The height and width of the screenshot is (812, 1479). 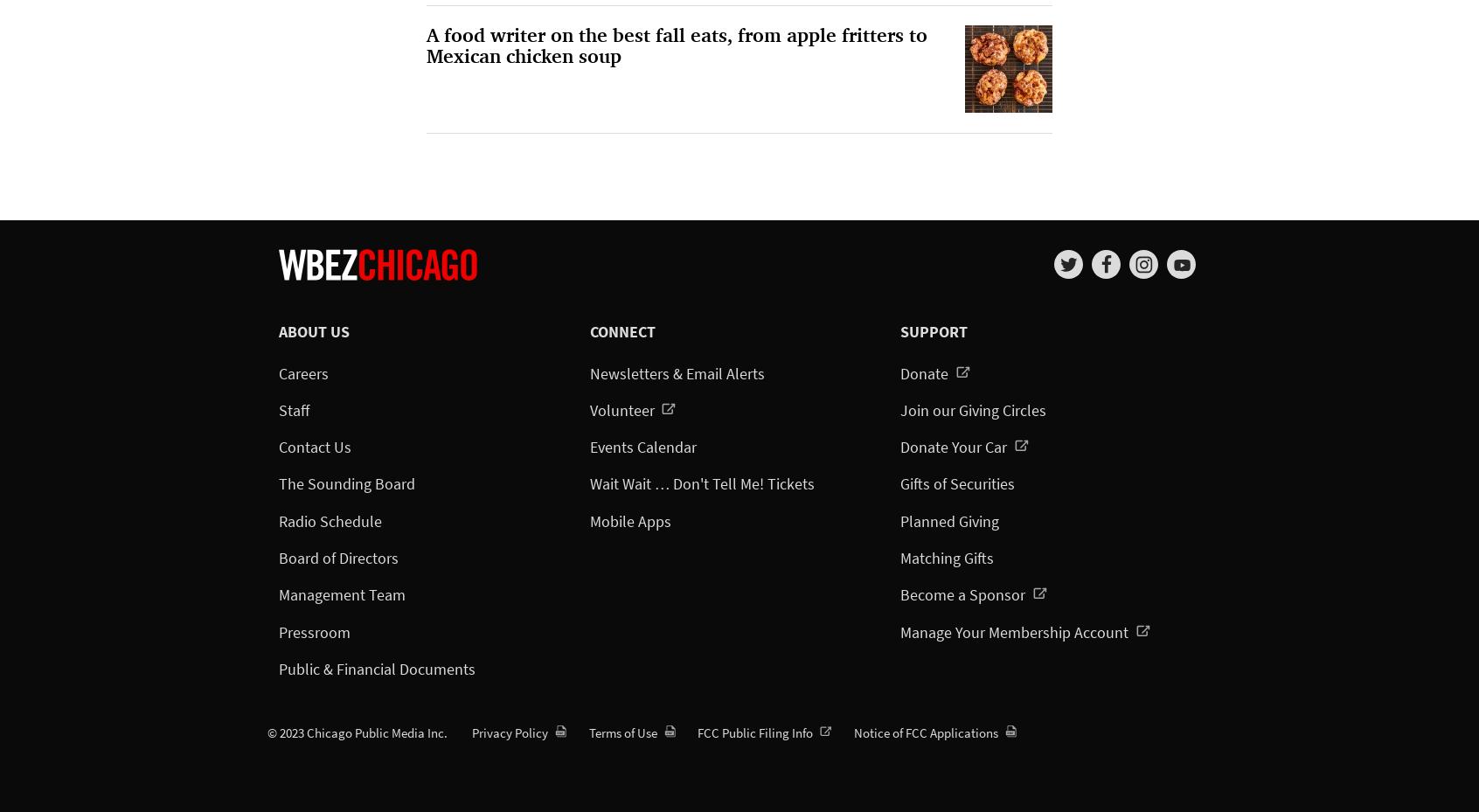 I want to click on 'The Sounding Board', so click(x=346, y=483).